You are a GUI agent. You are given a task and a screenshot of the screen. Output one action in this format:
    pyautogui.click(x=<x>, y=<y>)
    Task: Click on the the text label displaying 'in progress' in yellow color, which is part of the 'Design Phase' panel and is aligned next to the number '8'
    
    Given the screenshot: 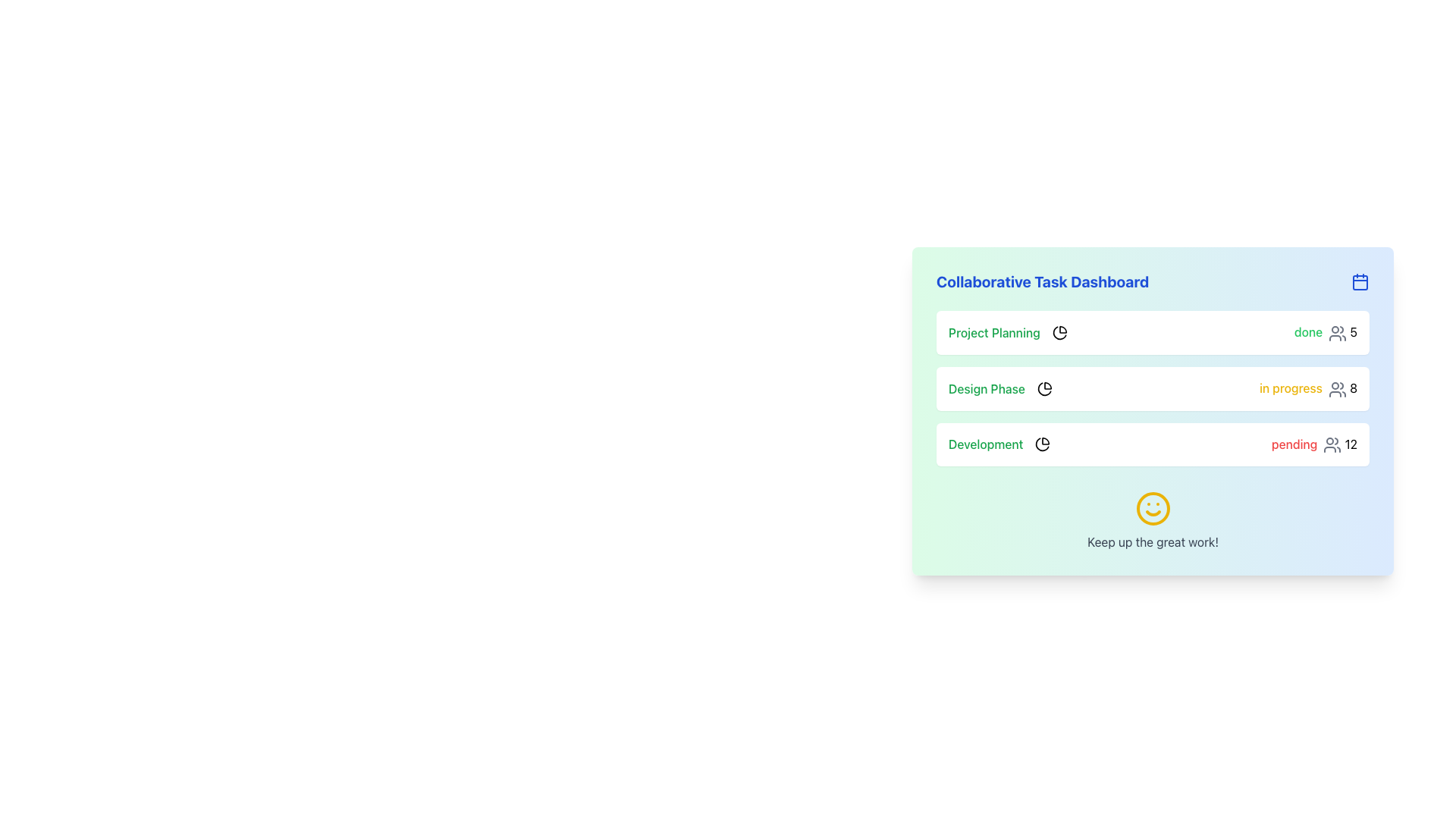 What is the action you would take?
    pyautogui.click(x=1290, y=387)
    